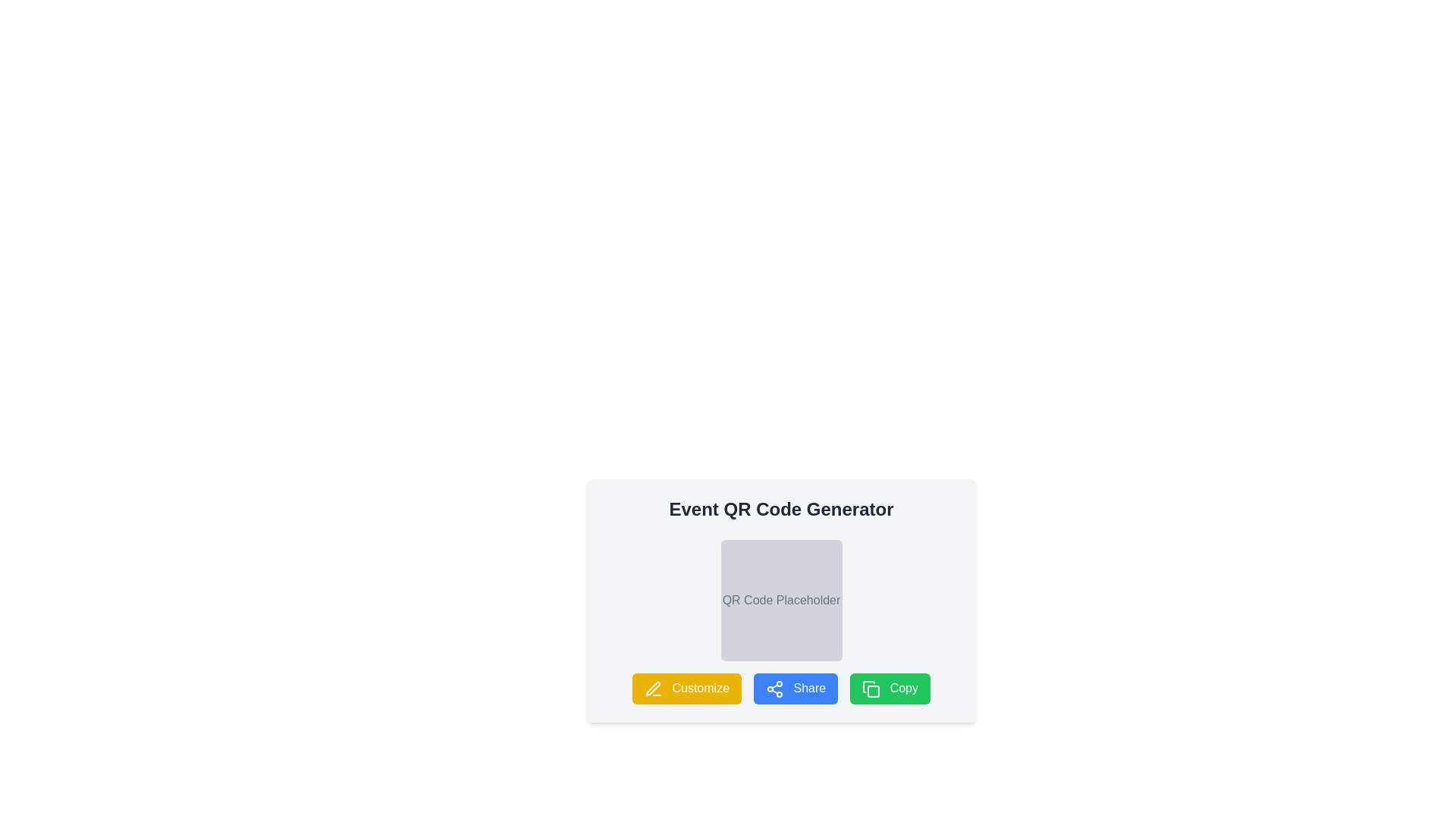 The height and width of the screenshot is (819, 1456). Describe the element at coordinates (890, 689) in the screenshot. I see `the third button in the horizontal row at the bottom of the 'Event QR Code Generator' card to initiate the copying action for the displayed QR code content` at that location.